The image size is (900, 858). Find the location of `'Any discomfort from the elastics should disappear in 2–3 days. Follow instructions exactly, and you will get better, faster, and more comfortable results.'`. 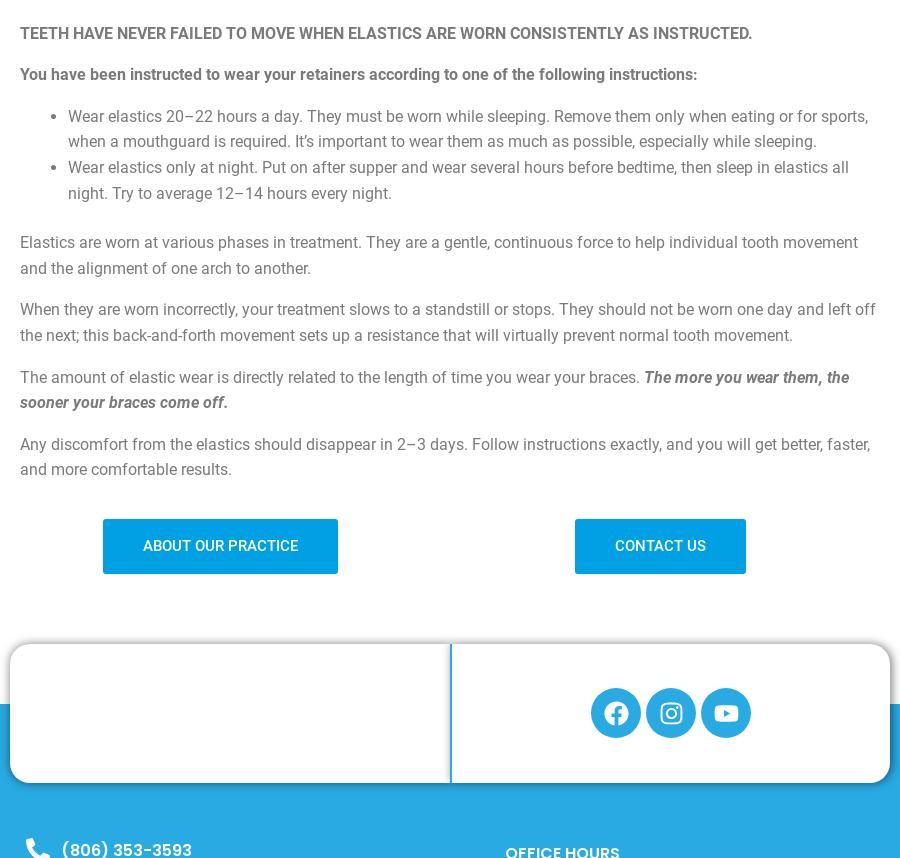

'Any discomfort from the elastics should disappear in 2–3 days. Follow instructions exactly, and you will get better, faster, and more comfortable results.' is located at coordinates (18, 456).